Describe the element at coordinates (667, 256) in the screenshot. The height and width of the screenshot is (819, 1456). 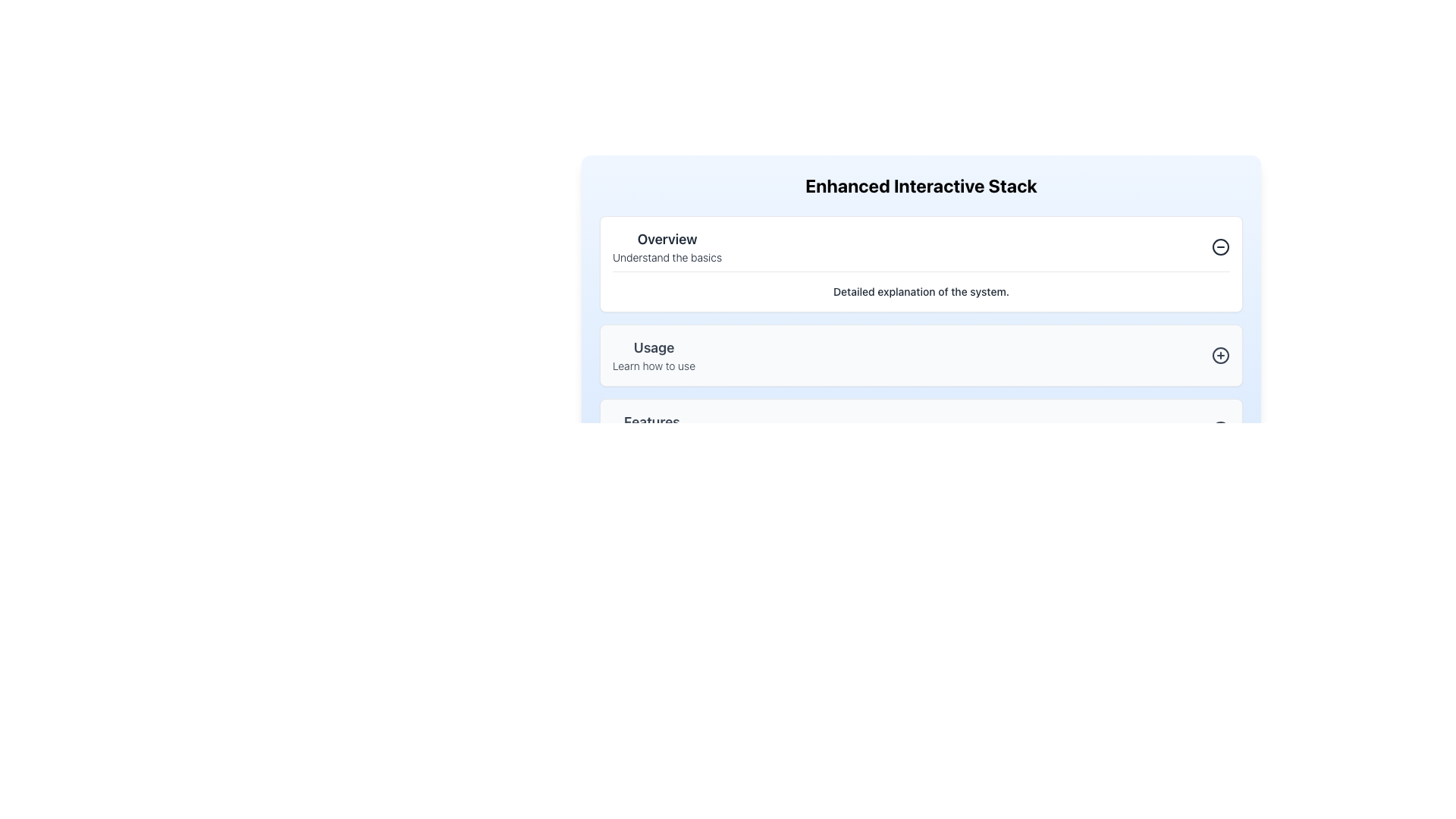
I see `the static text label providing a brief description related to the 'Overview' section, located below the 'Overview' header` at that location.